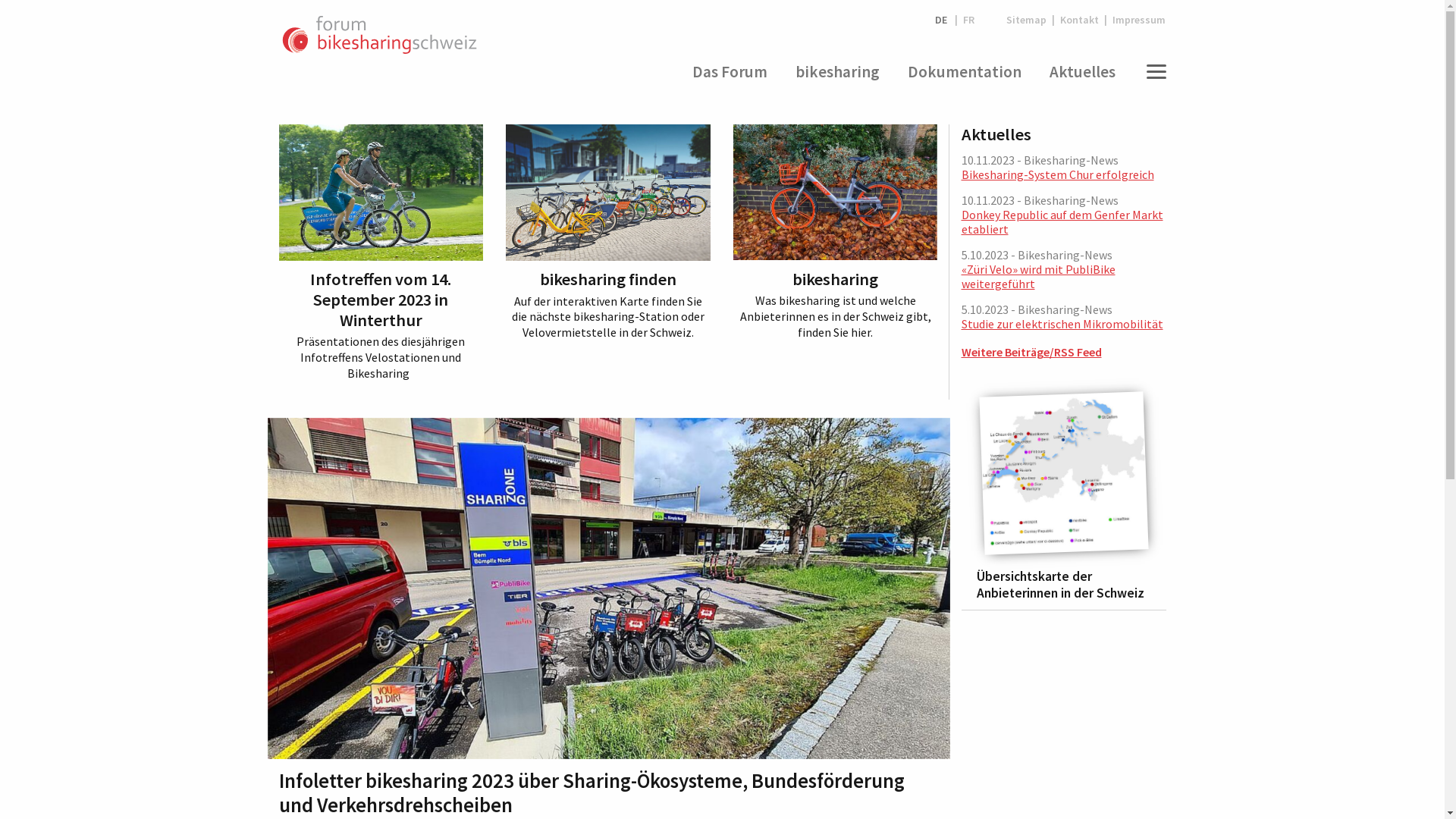 The width and height of the screenshot is (1456, 819). Describe the element at coordinates (1054, 20) in the screenshot. I see `'Kontakt'` at that location.